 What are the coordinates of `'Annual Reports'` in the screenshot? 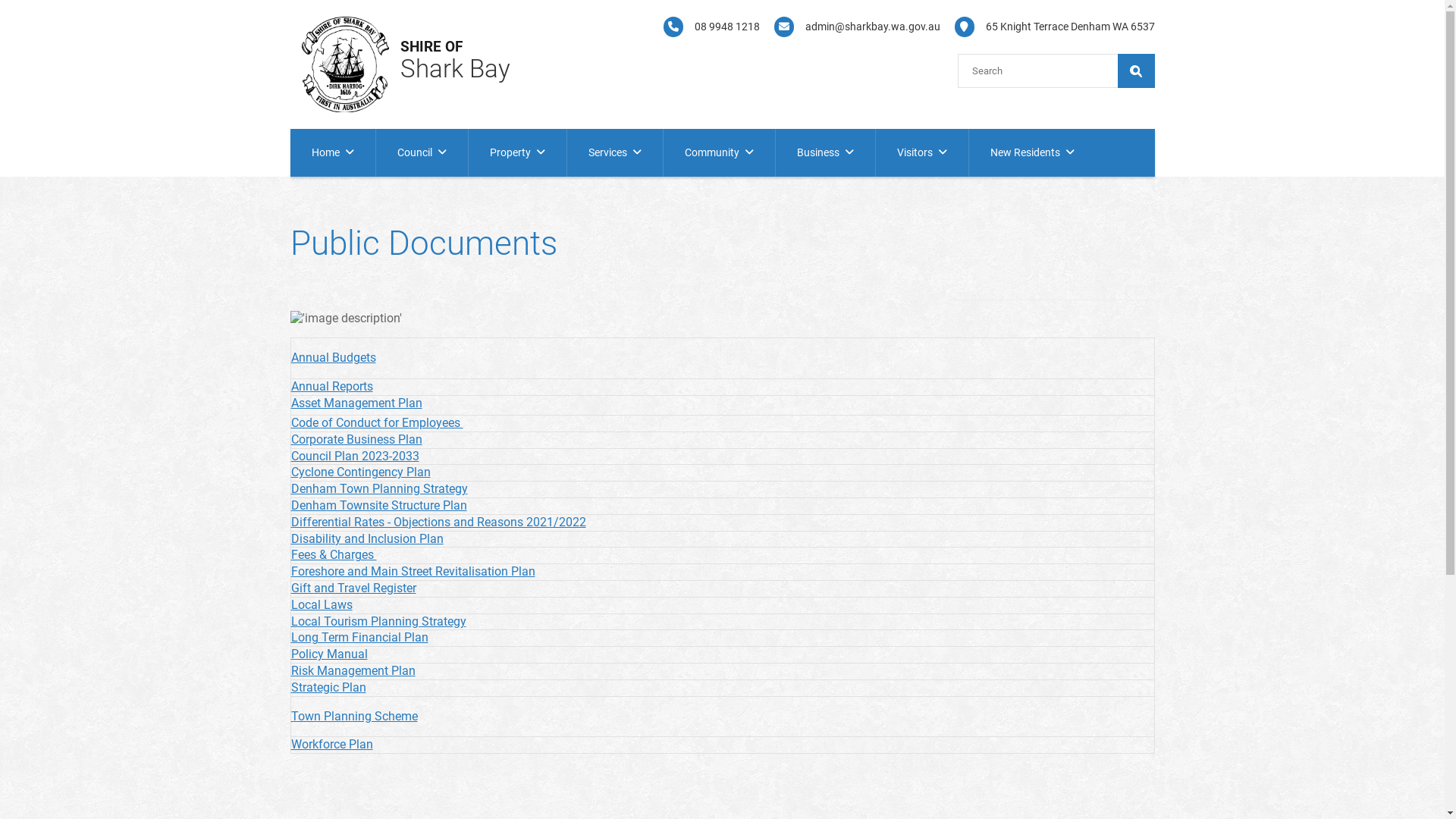 It's located at (331, 385).